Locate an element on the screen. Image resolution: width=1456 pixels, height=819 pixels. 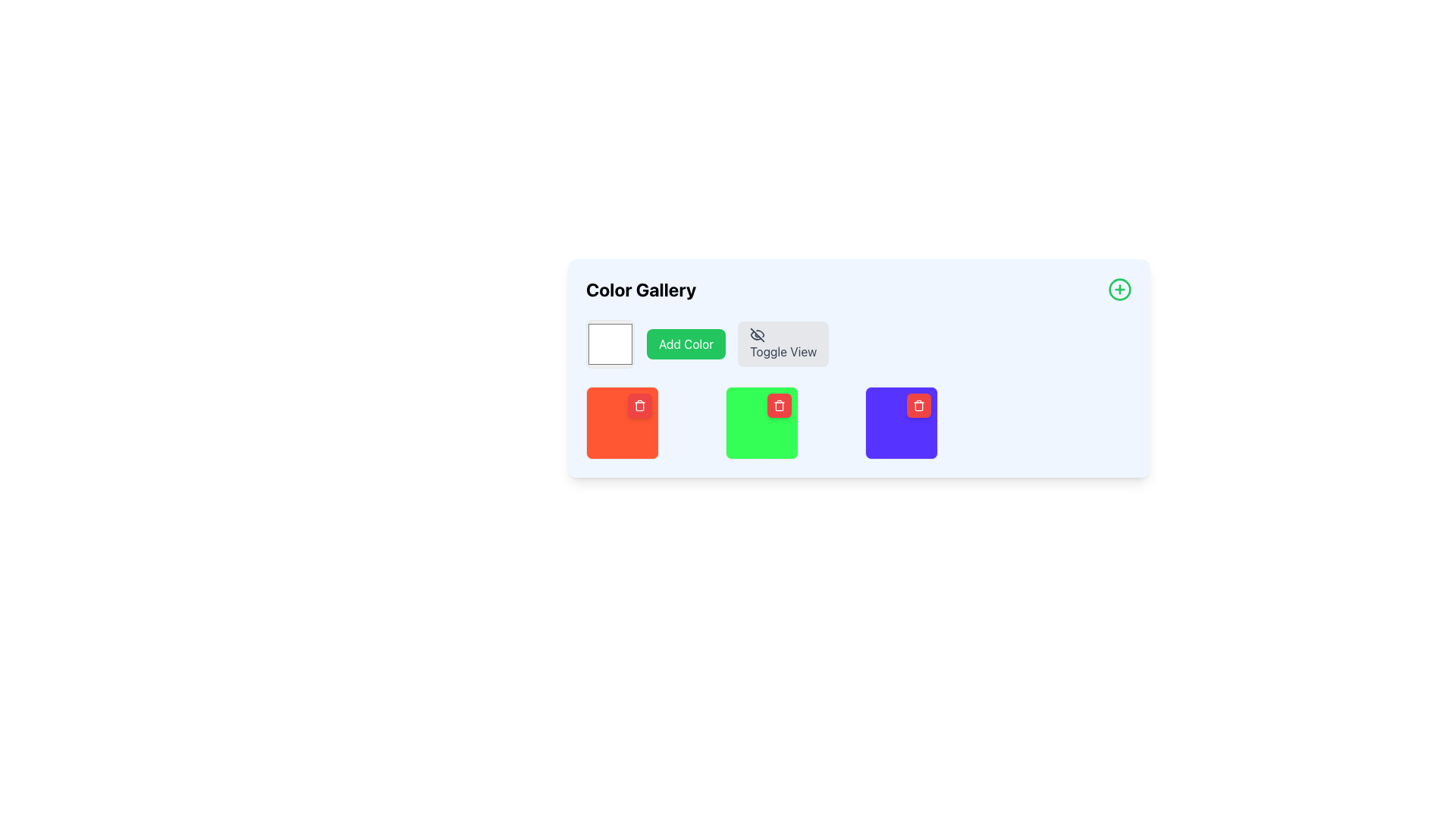
the button located at the top-right corner of the 'Color Gallery' section is located at coordinates (1120, 289).